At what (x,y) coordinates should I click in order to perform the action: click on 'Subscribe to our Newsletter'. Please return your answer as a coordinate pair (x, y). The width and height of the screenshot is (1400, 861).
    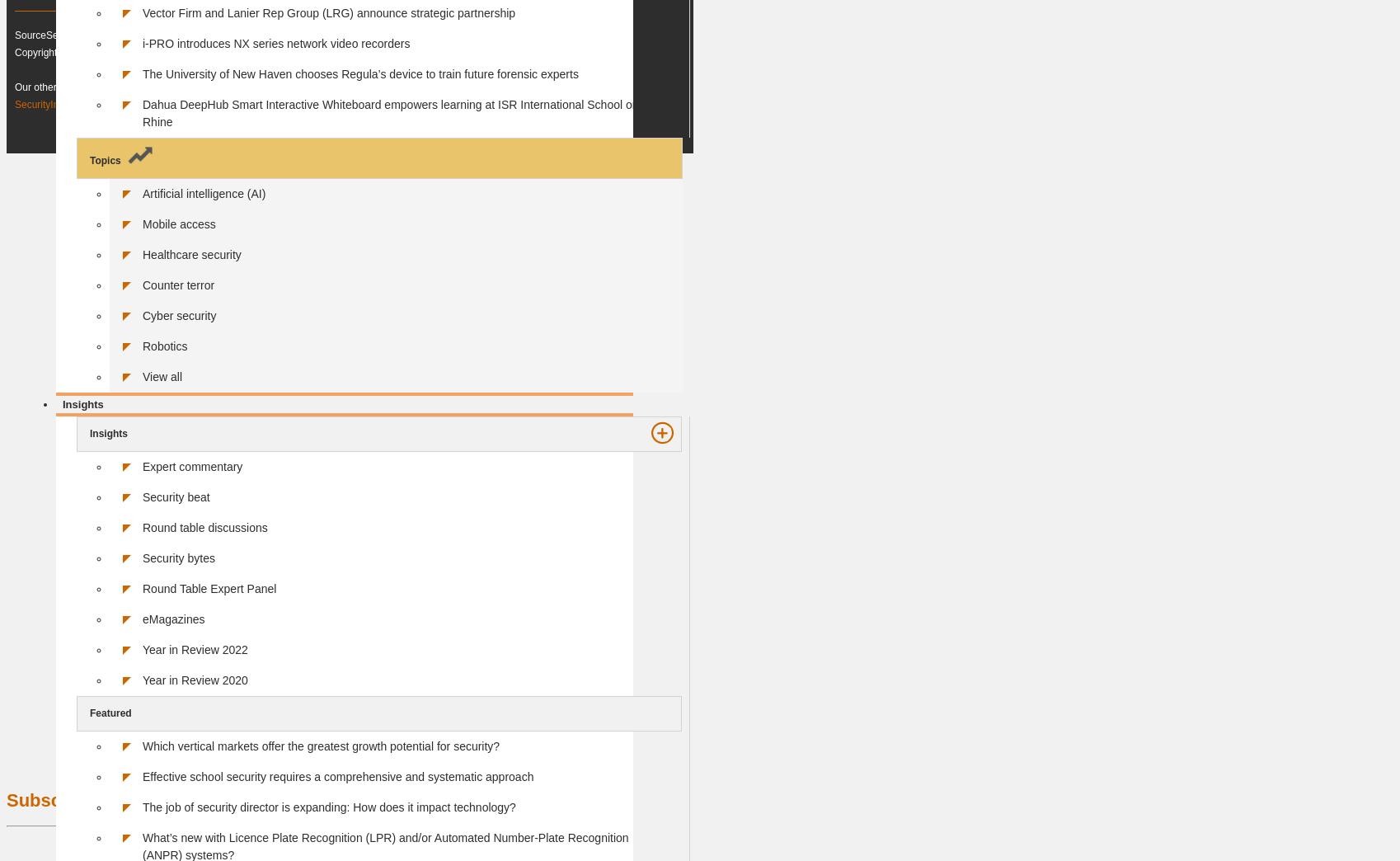
    Looking at the image, I should click on (6, 799).